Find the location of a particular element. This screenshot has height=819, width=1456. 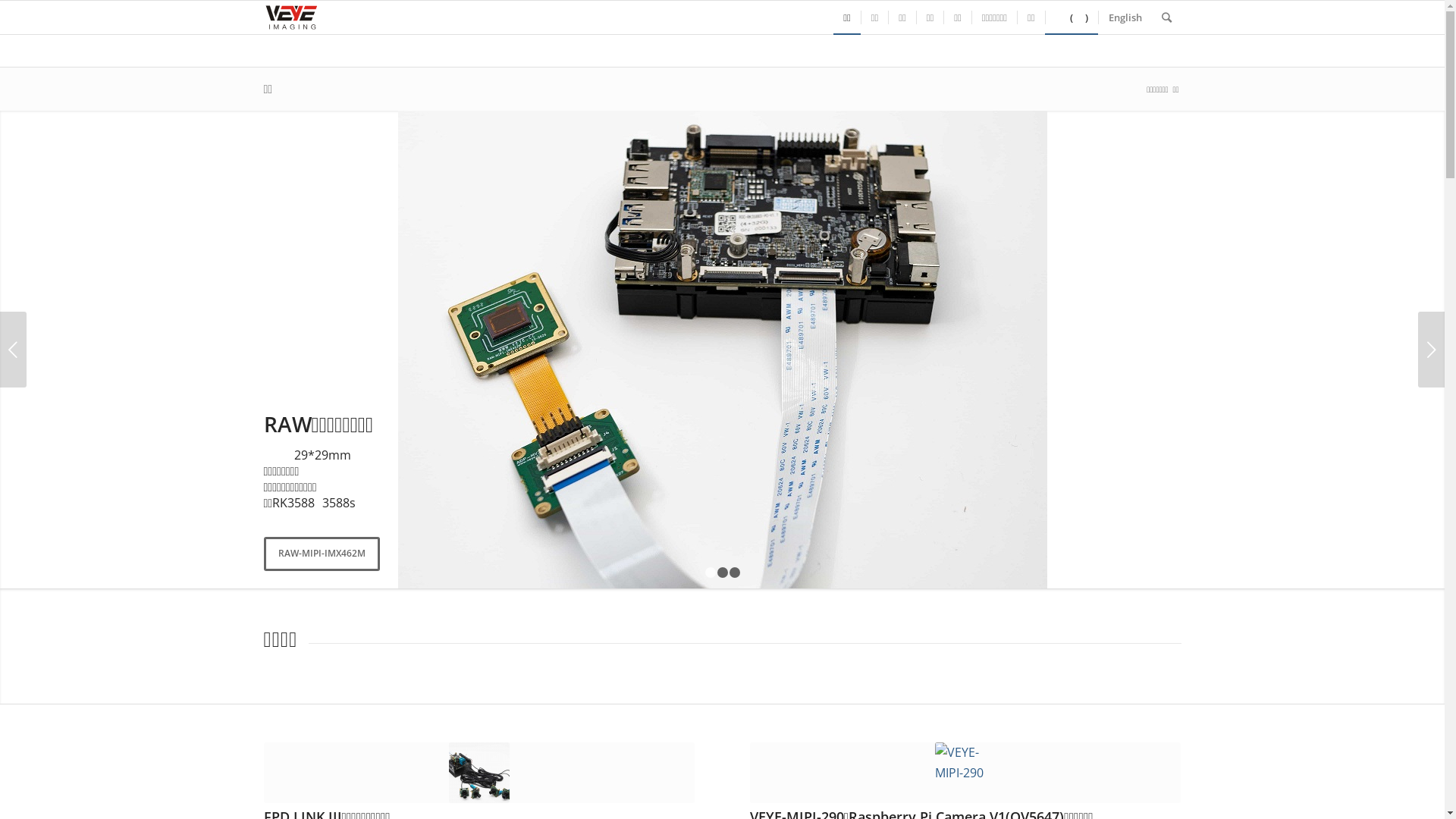

'1' is located at coordinates (704, 573).